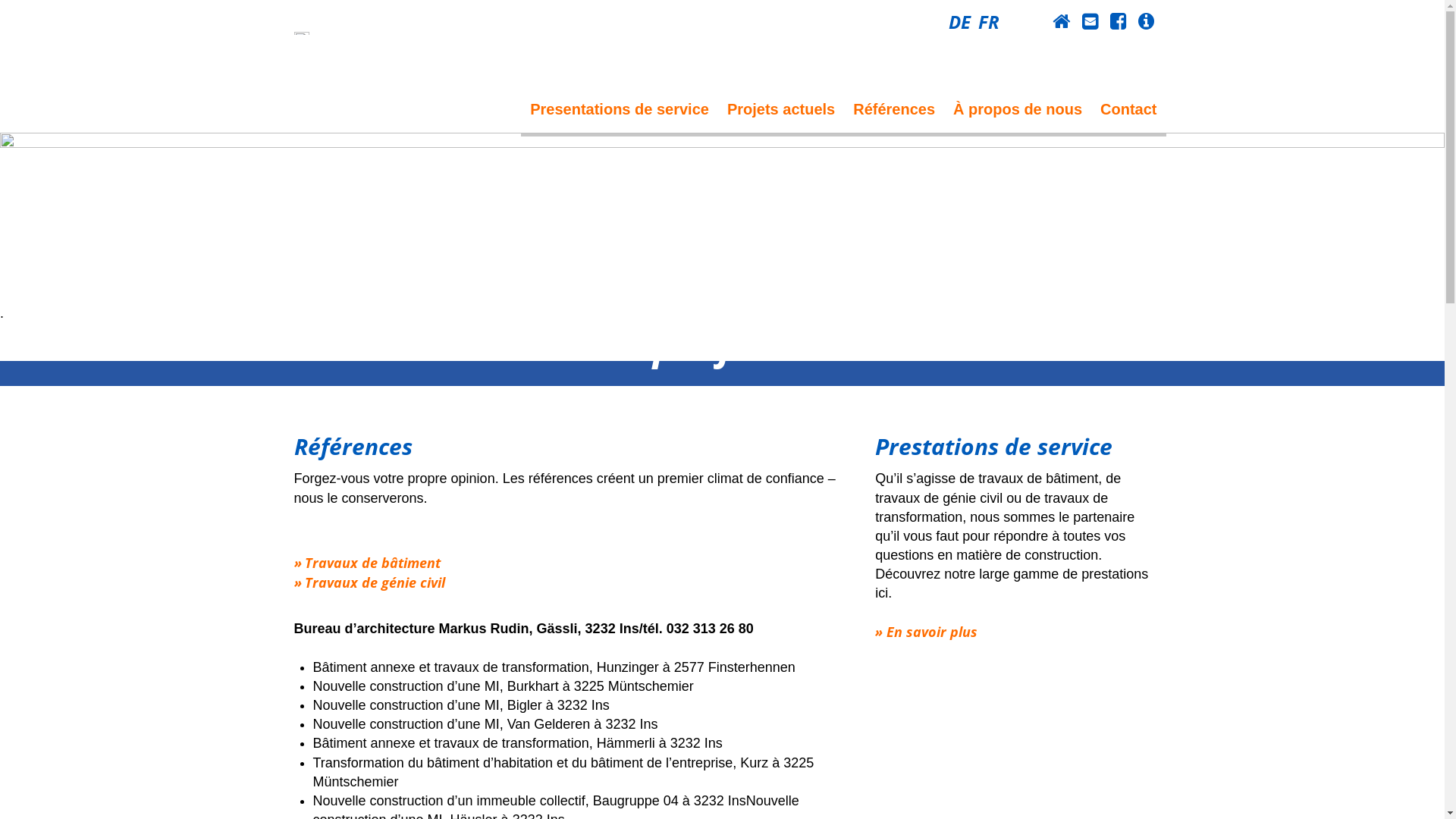  Describe the element at coordinates (1118, 20) in the screenshot. I see `'Facebook'` at that location.